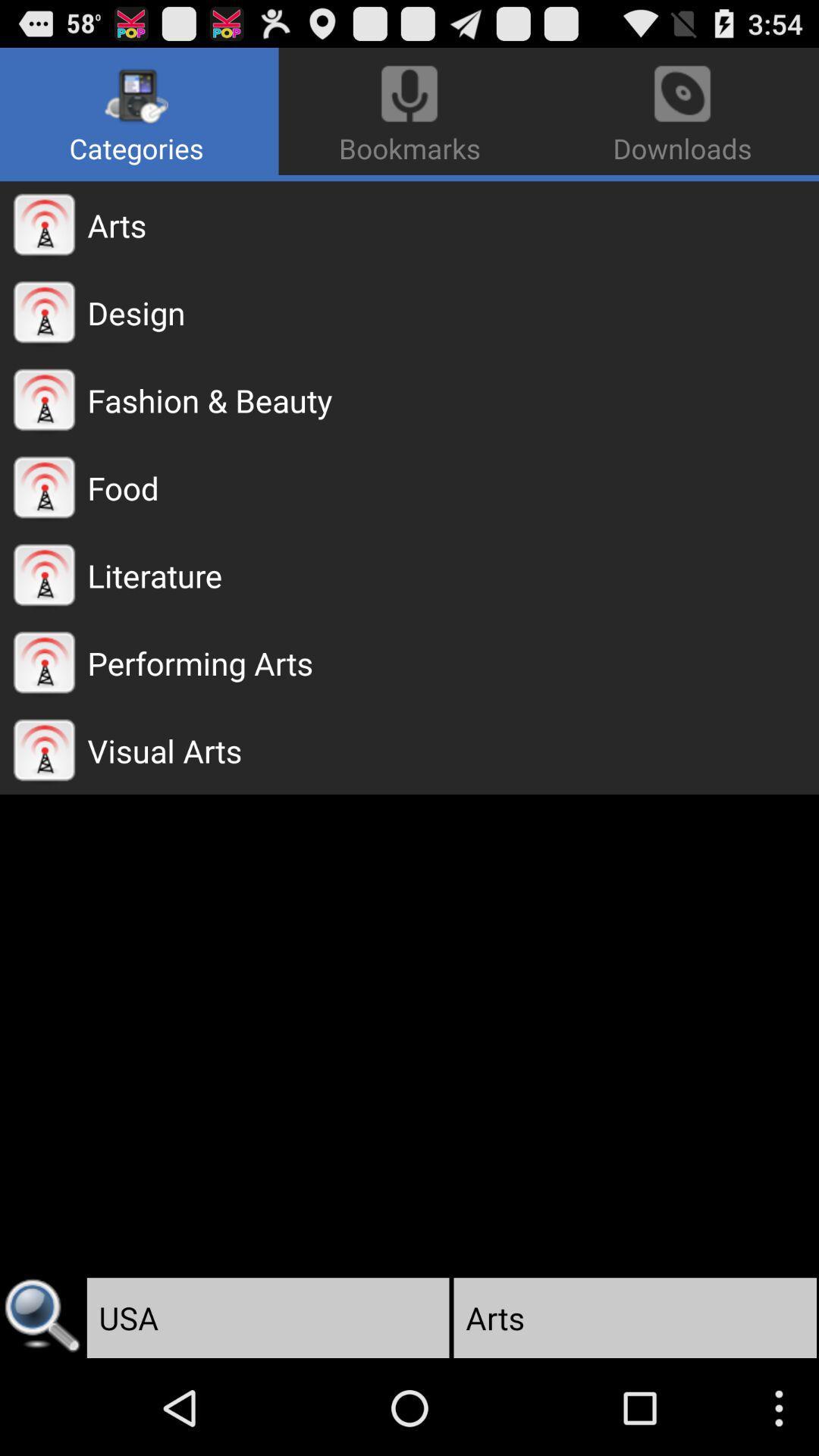 This screenshot has height=1456, width=819. Describe the element at coordinates (452, 663) in the screenshot. I see `performing arts item` at that location.